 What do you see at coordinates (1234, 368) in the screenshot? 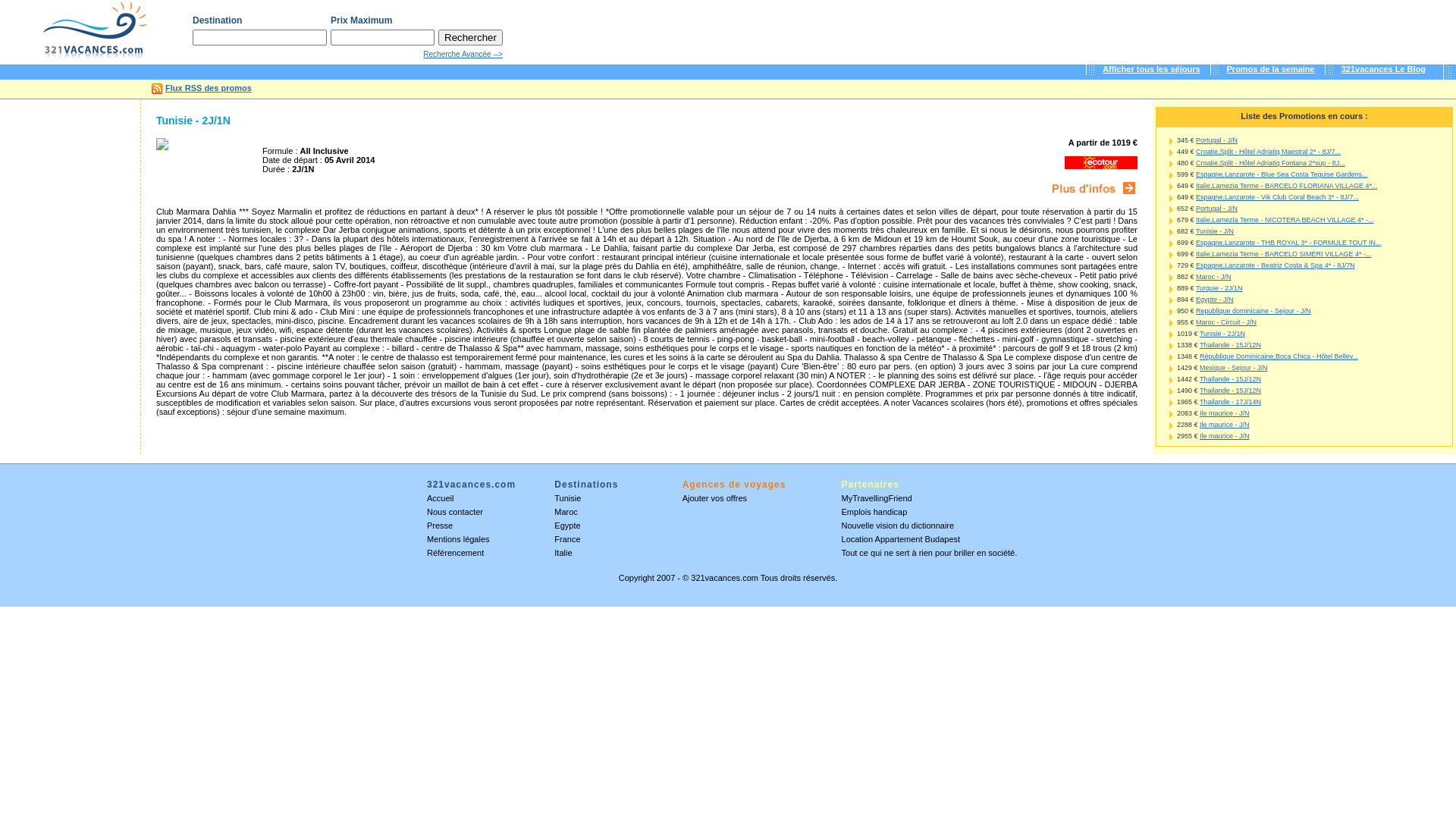
I see `'Mexique - Sejour - J/N'` at bounding box center [1234, 368].